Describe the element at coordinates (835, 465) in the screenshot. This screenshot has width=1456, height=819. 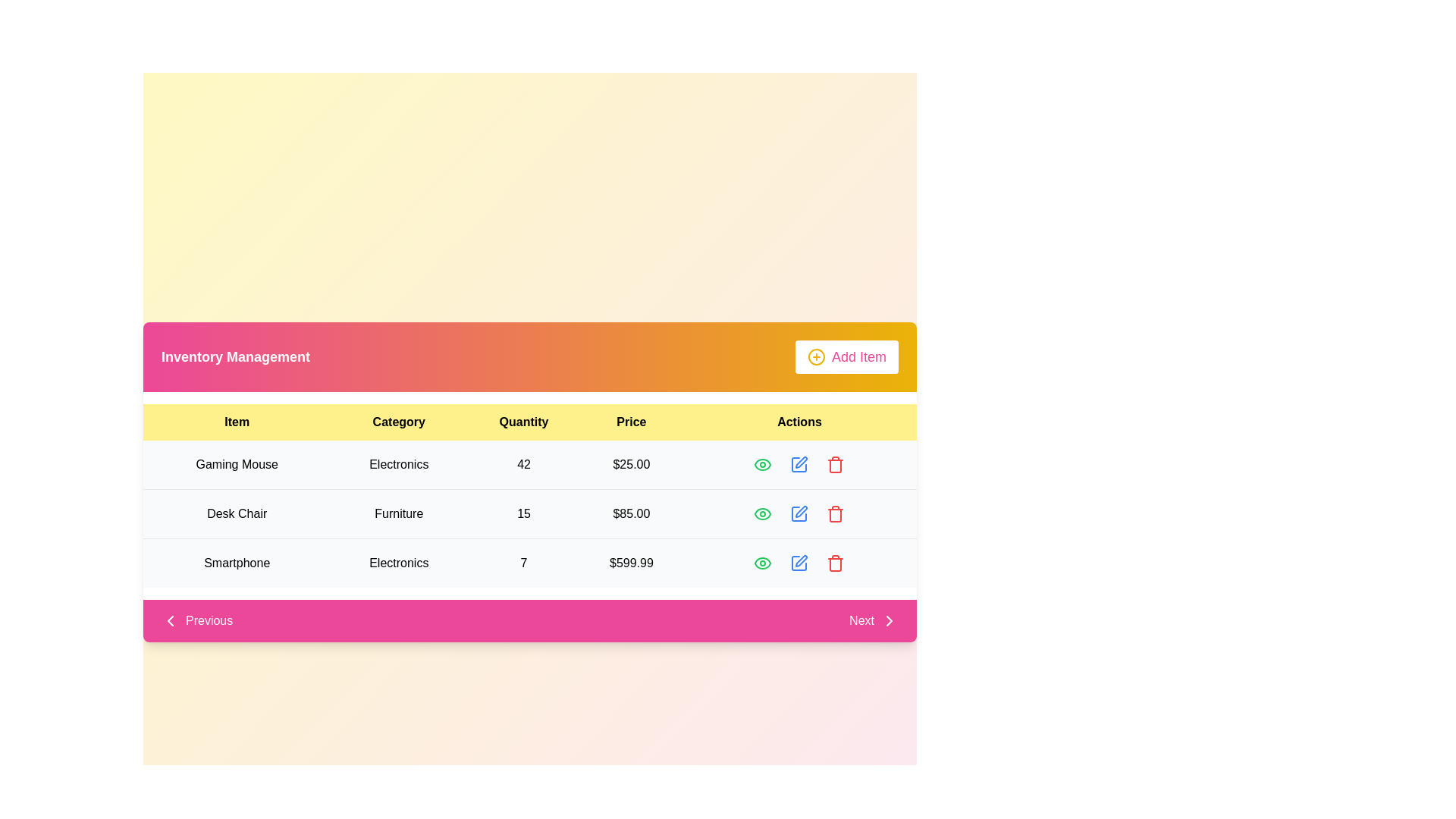
I see `the trash can icon in the 'Actions' column of the table for the 'Gaming Mouse' entry` at that location.